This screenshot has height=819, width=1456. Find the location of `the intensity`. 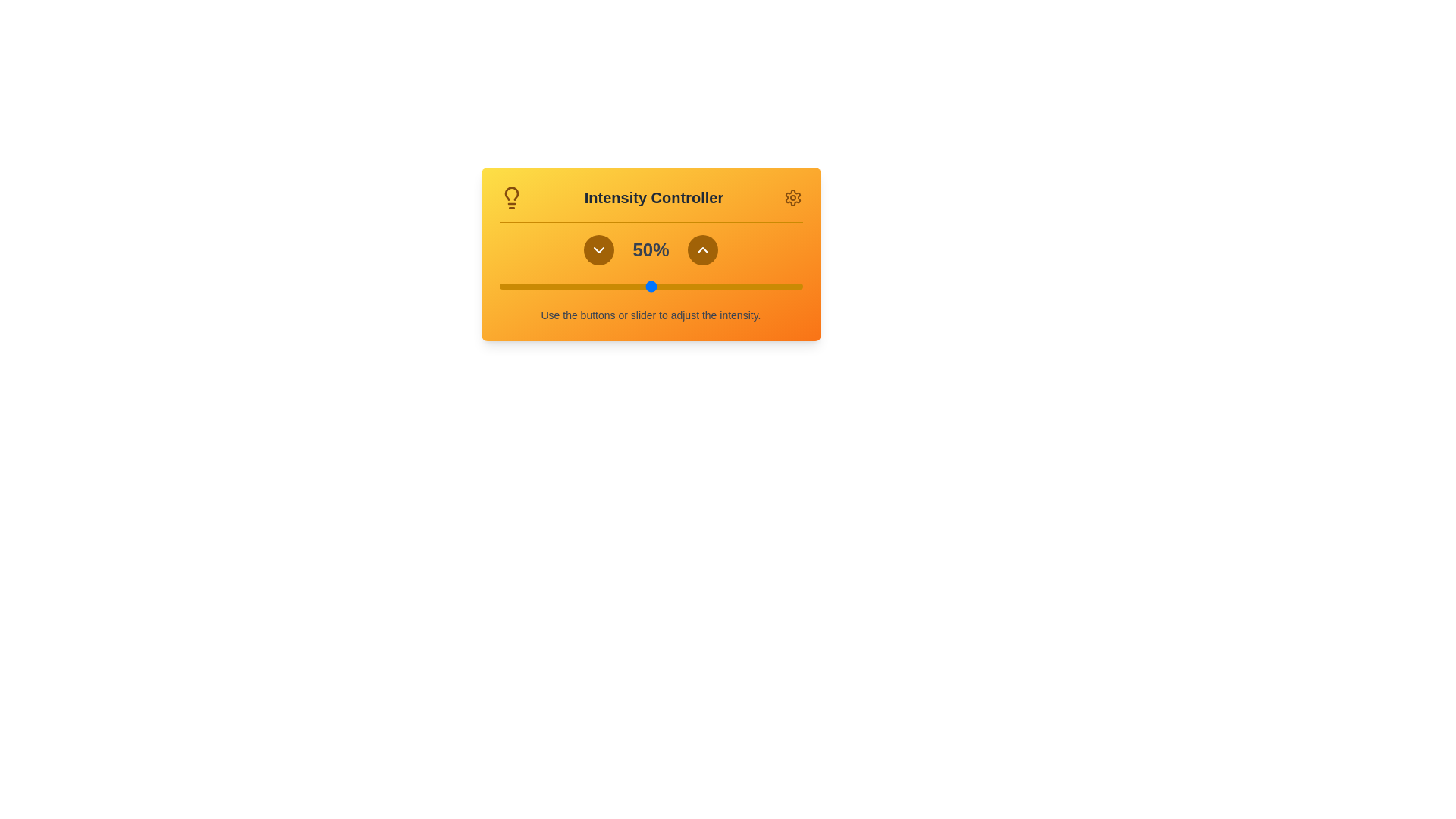

the intensity is located at coordinates (580, 287).